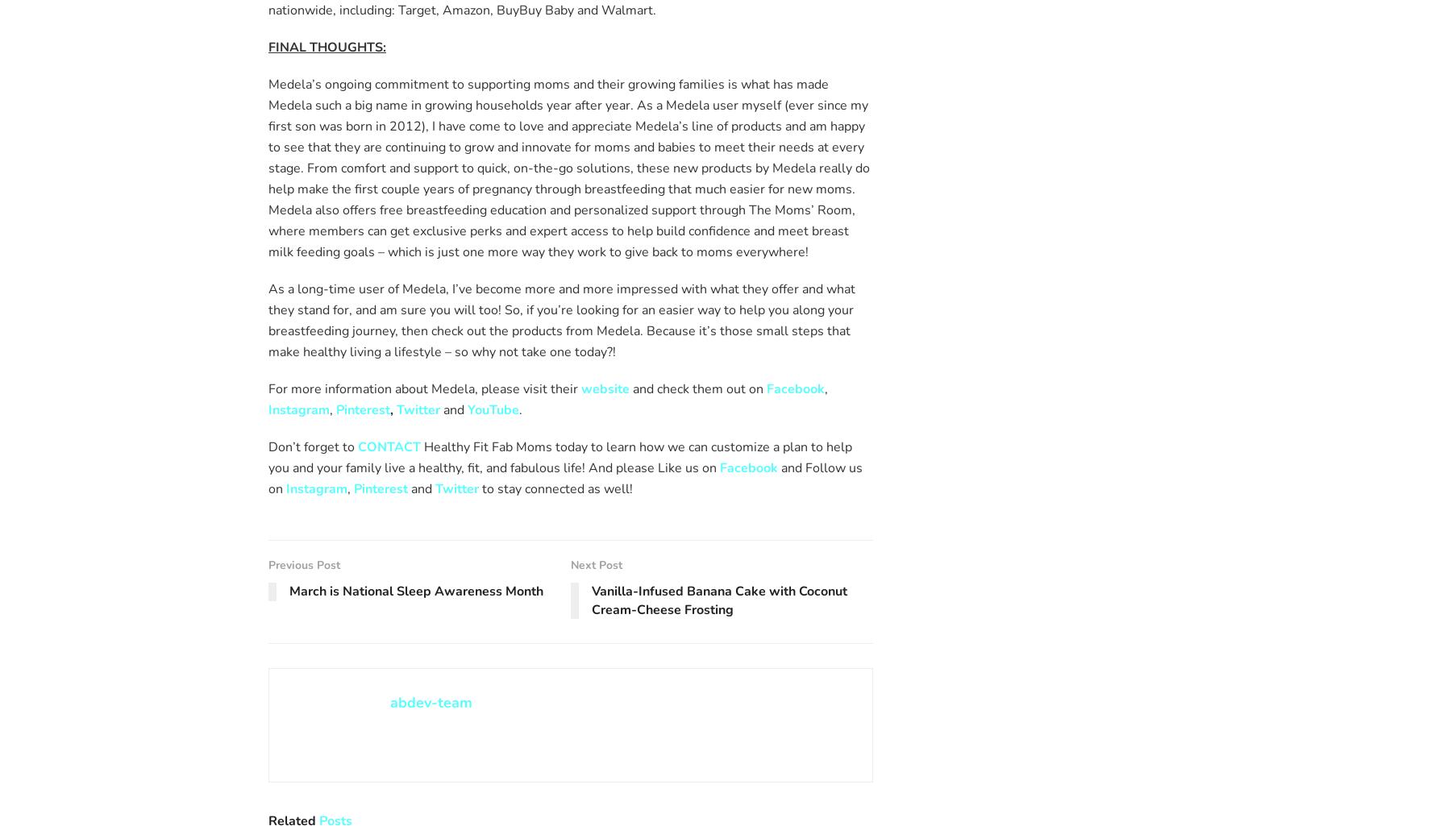  I want to click on '.', so click(520, 409).